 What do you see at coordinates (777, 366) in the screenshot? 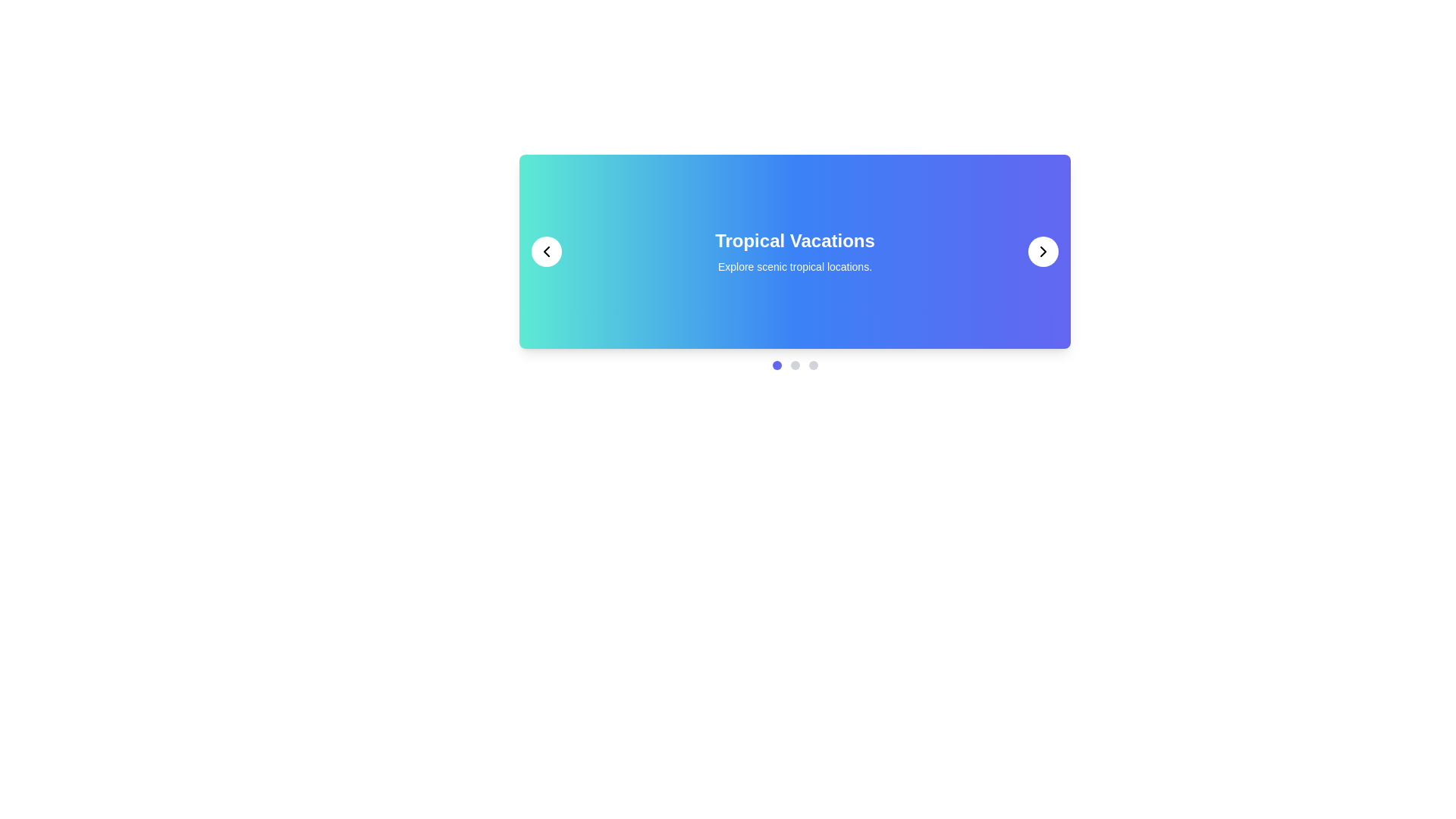
I see `the first circular indigo icon of the Carousel navigation indicator` at bounding box center [777, 366].